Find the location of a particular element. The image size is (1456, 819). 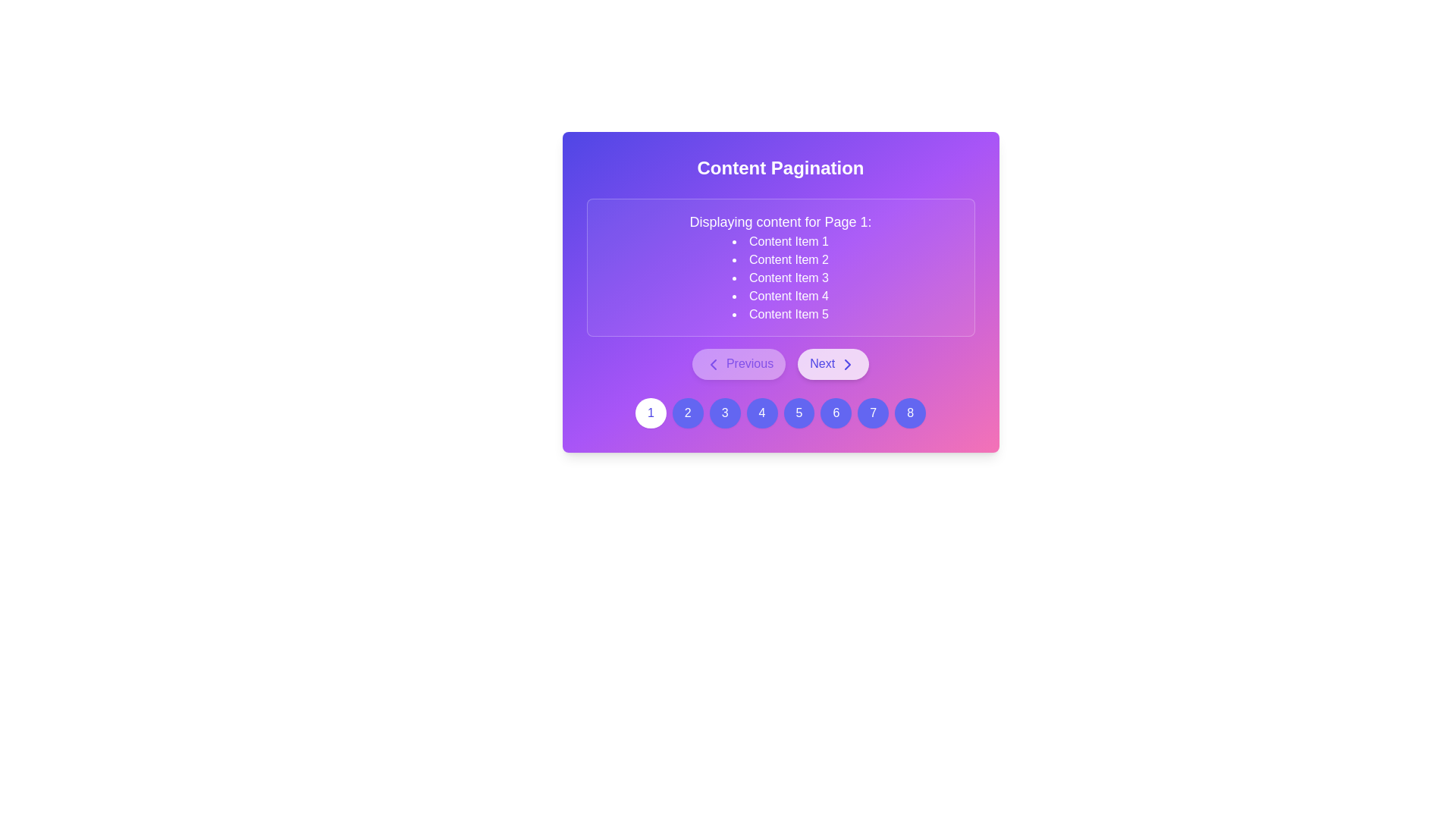

the circular button with a white background and the number '1' in indigo text is located at coordinates (651, 413).